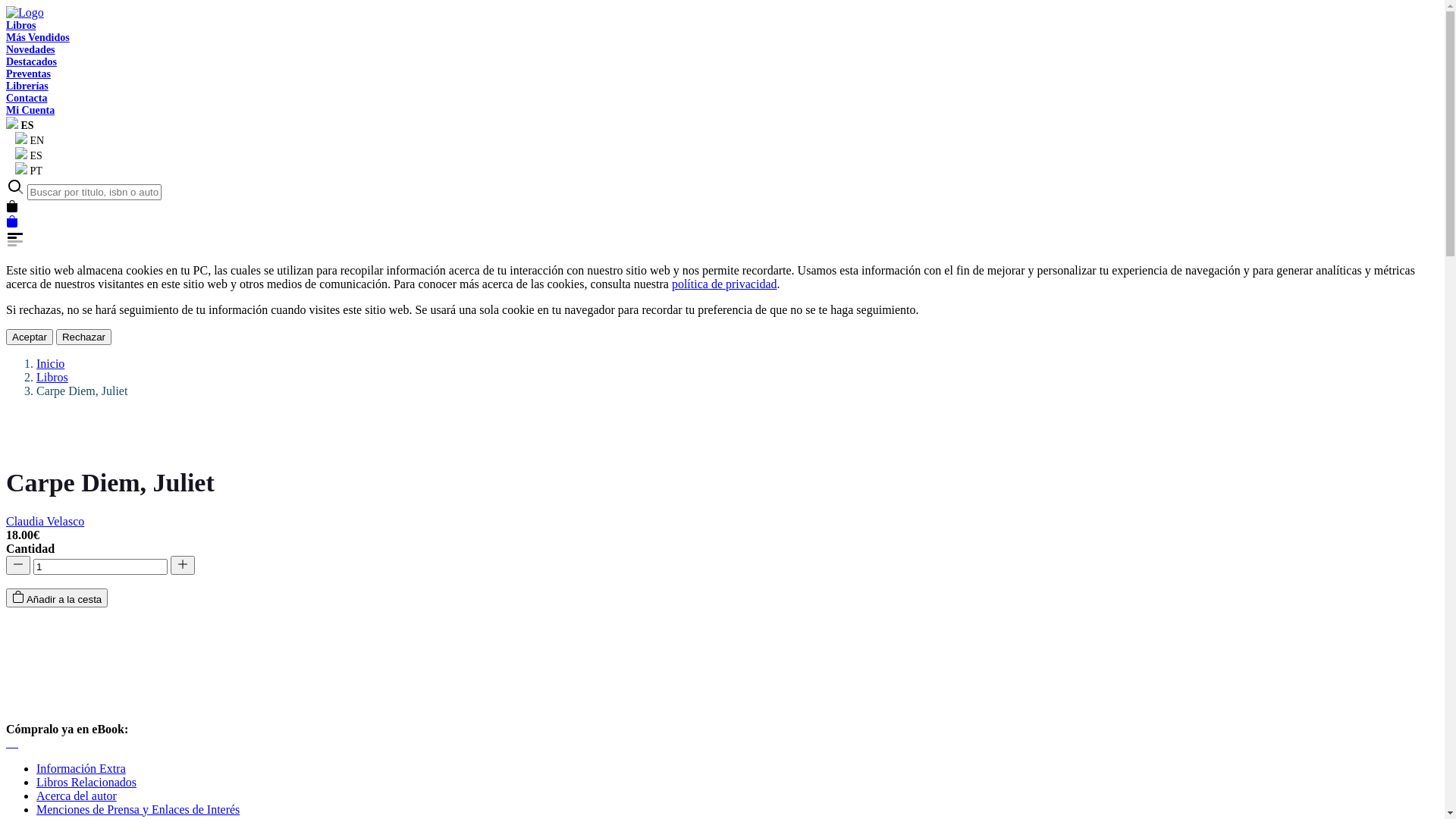 Image resolution: width=1456 pixels, height=819 pixels. Describe the element at coordinates (6, 336) in the screenshot. I see `'Aceptar'` at that location.